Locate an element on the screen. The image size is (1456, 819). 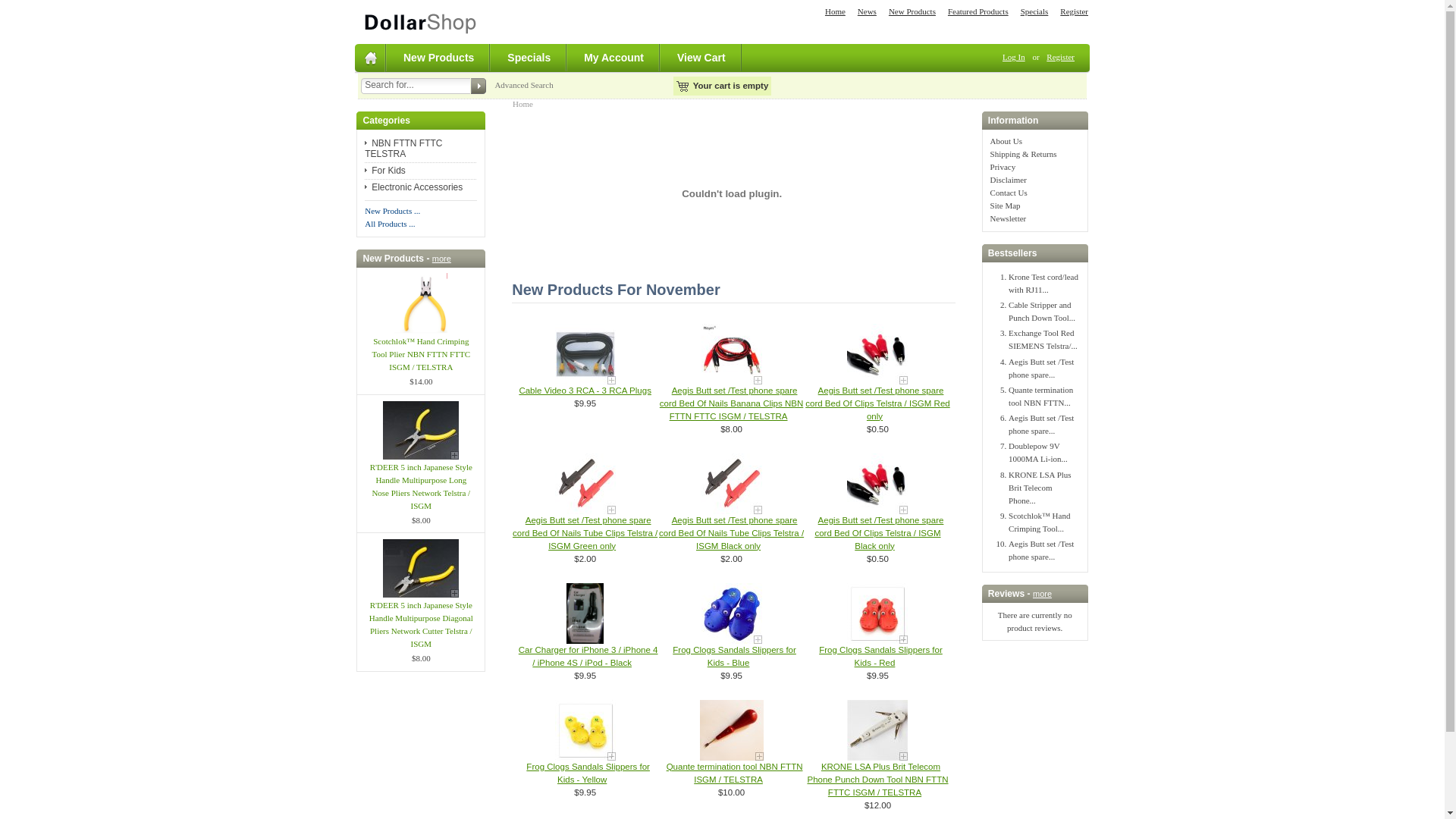
'Cable Stripper and Punch Down Tool...' is located at coordinates (1040, 310).